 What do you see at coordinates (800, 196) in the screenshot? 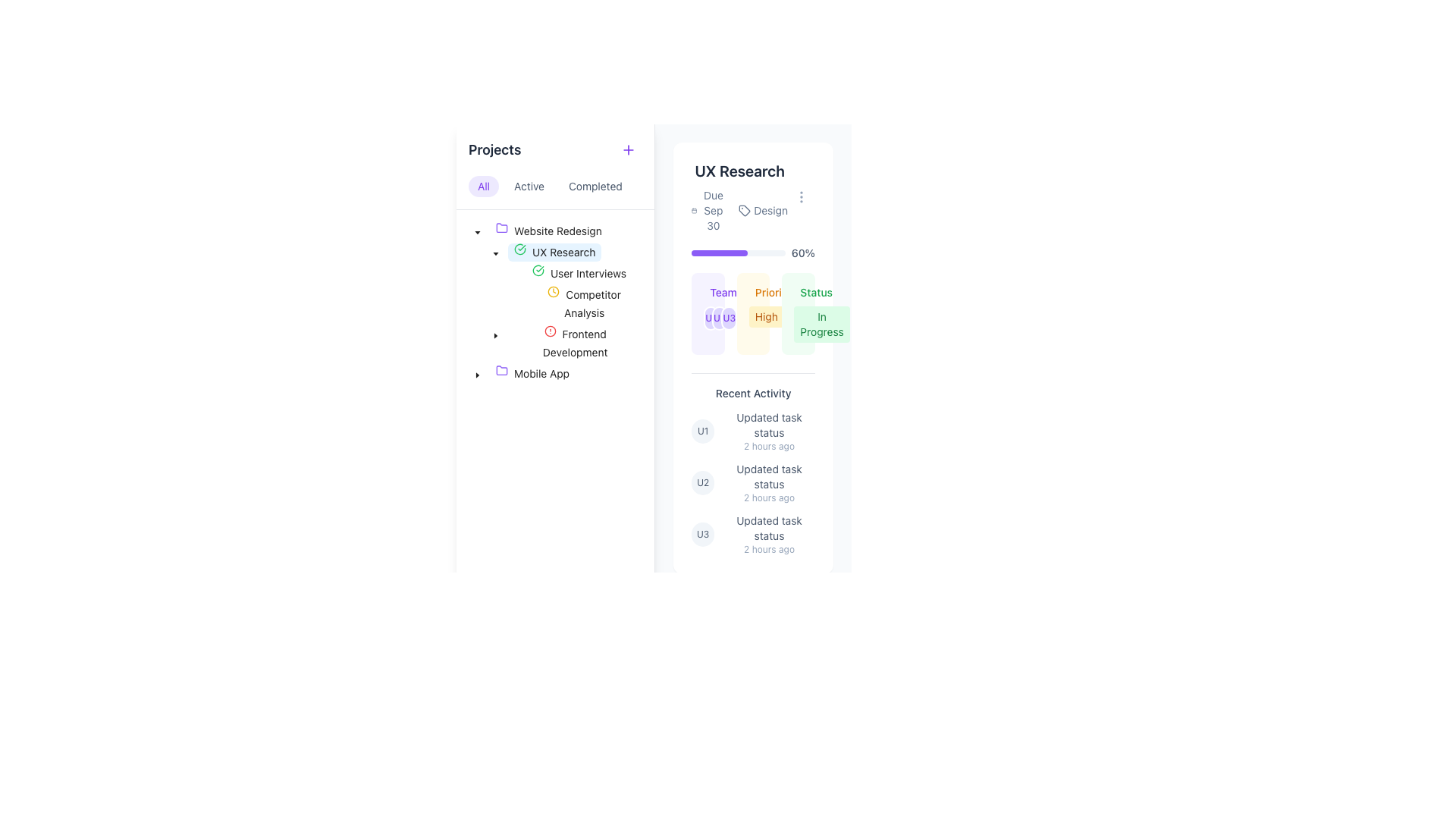
I see `the vertical ellipsis icon inside the button in the top-right corner of the 'UX Research' section` at bounding box center [800, 196].